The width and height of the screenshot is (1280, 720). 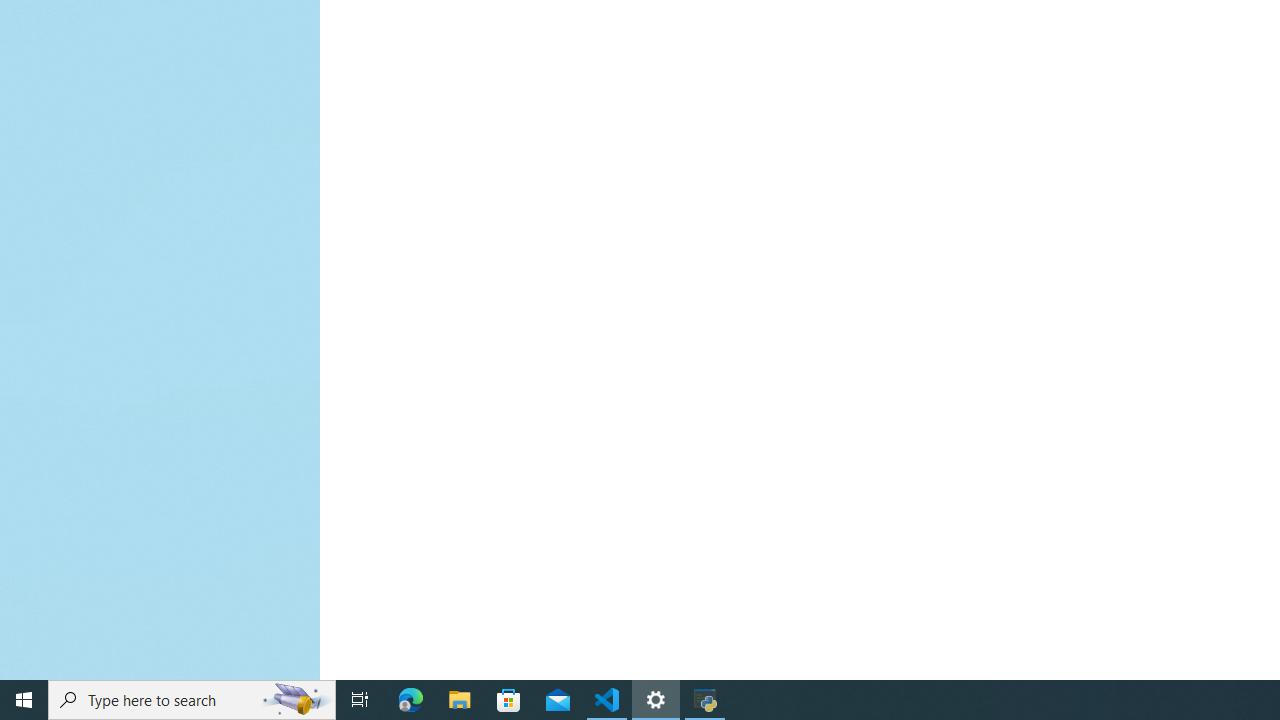 I want to click on 'Start', so click(x=24, y=698).